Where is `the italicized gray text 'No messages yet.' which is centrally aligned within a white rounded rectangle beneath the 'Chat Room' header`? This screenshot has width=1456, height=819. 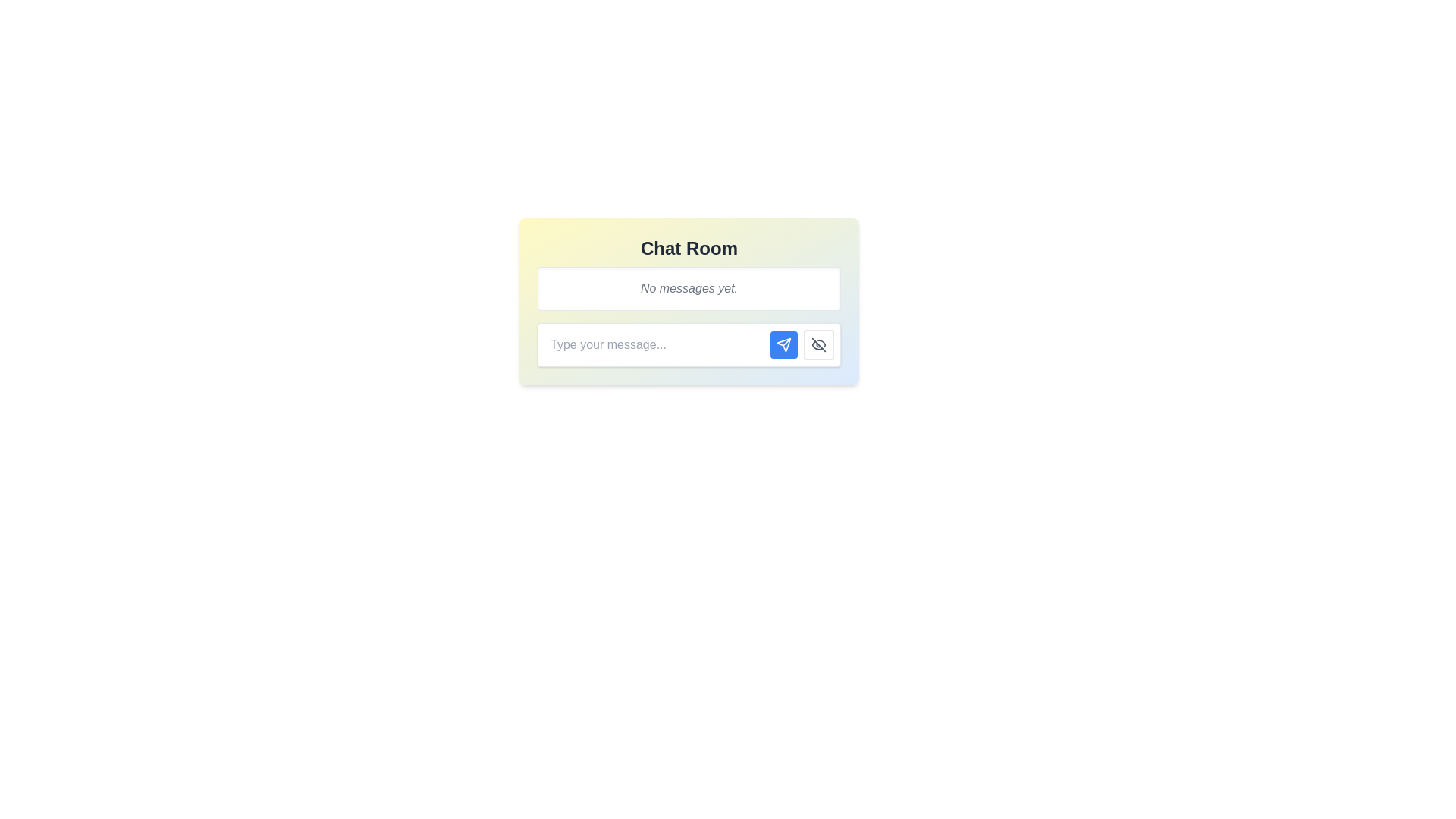
the italicized gray text 'No messages yet.' which is centrally aligned within a white rounded rectangle beneath the 'Chat Room' header is located at coordinates (688, 288).